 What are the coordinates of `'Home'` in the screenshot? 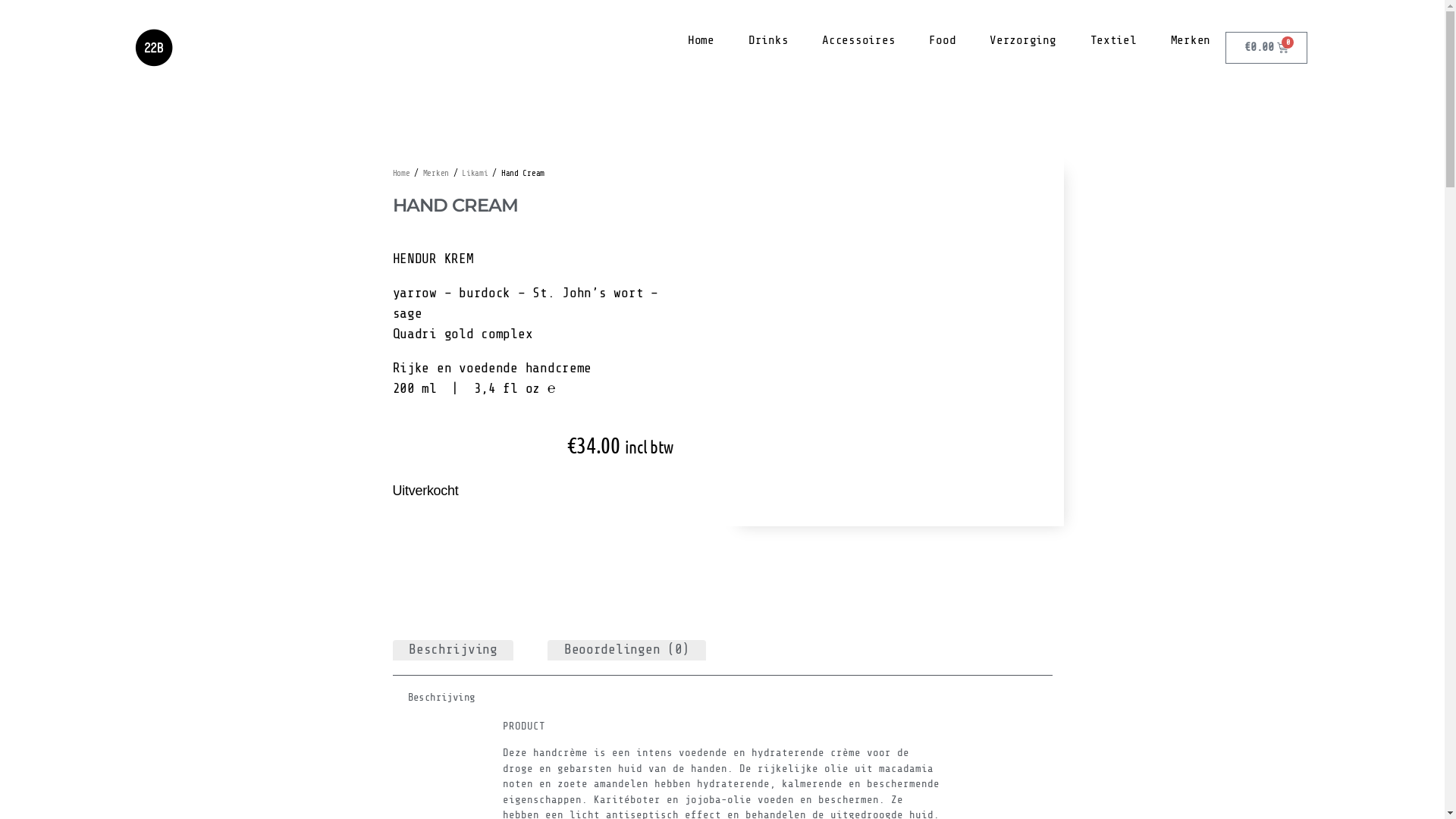 It's located at (401, 172).